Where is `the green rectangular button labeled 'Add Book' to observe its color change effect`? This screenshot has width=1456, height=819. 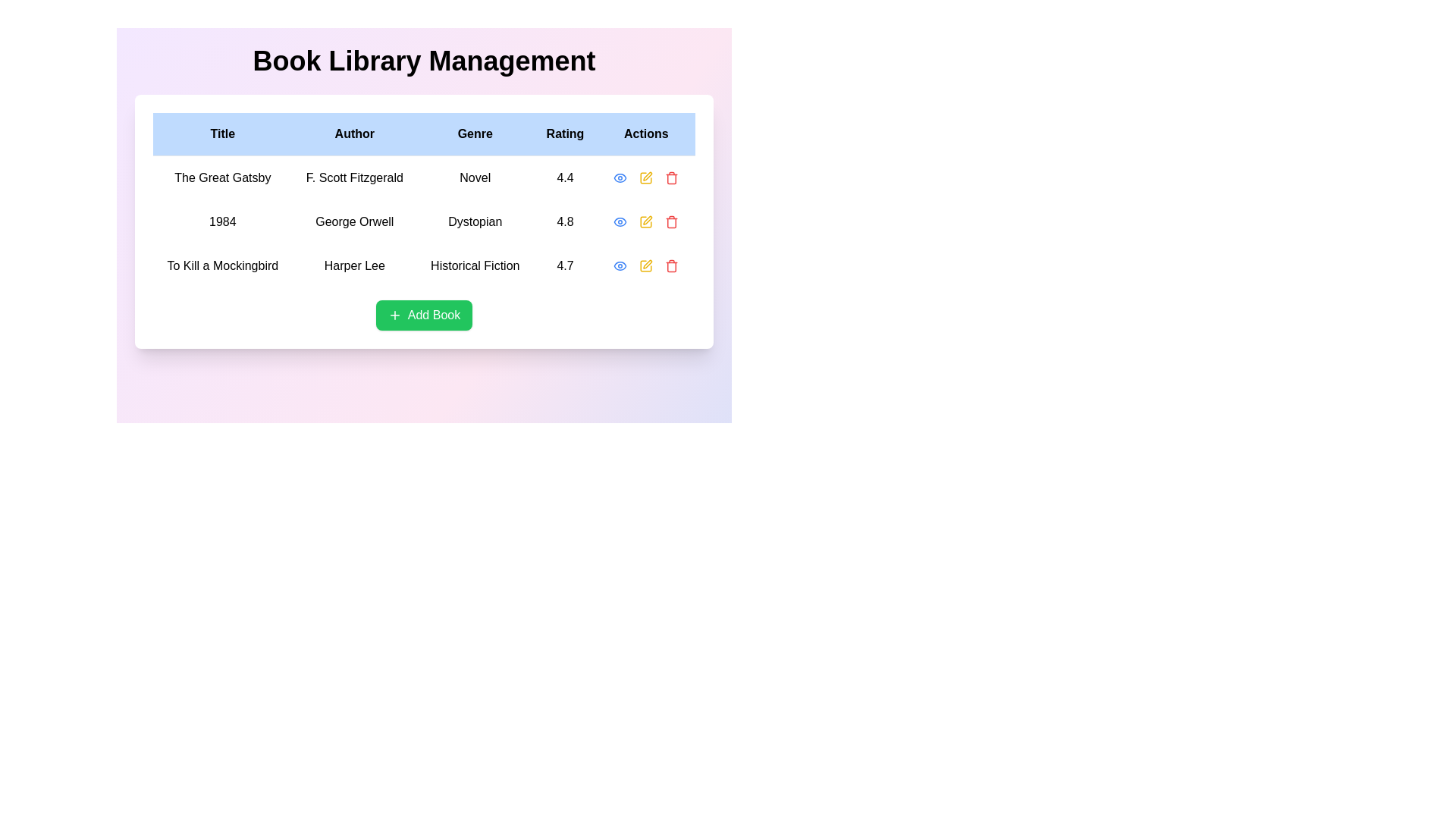
the green rectangular button labeled 'Add Book' to observe its color change effect is located at coordinates (424, 315).